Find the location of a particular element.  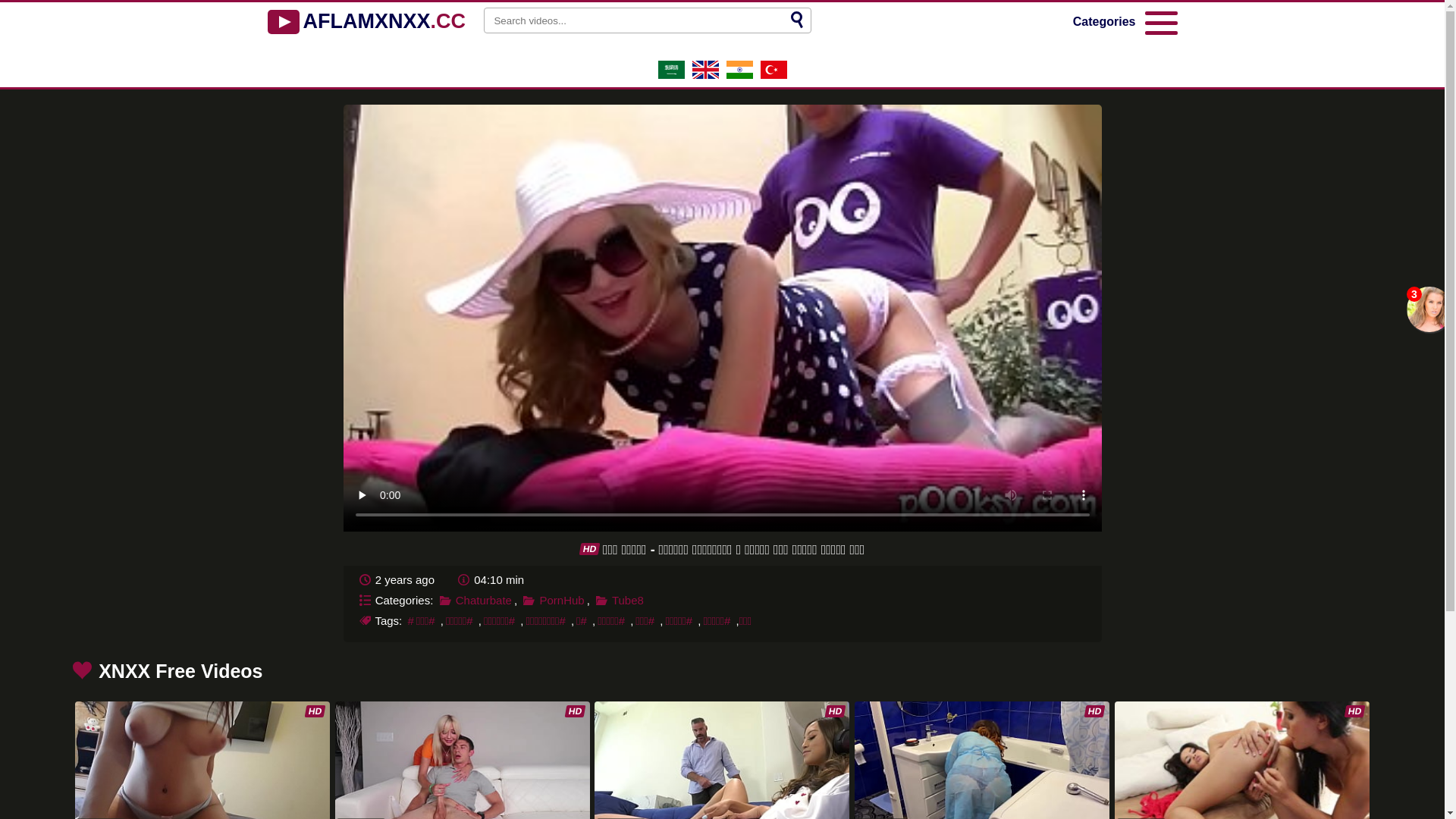

'PornHub' is located at coordinates (552, 598).